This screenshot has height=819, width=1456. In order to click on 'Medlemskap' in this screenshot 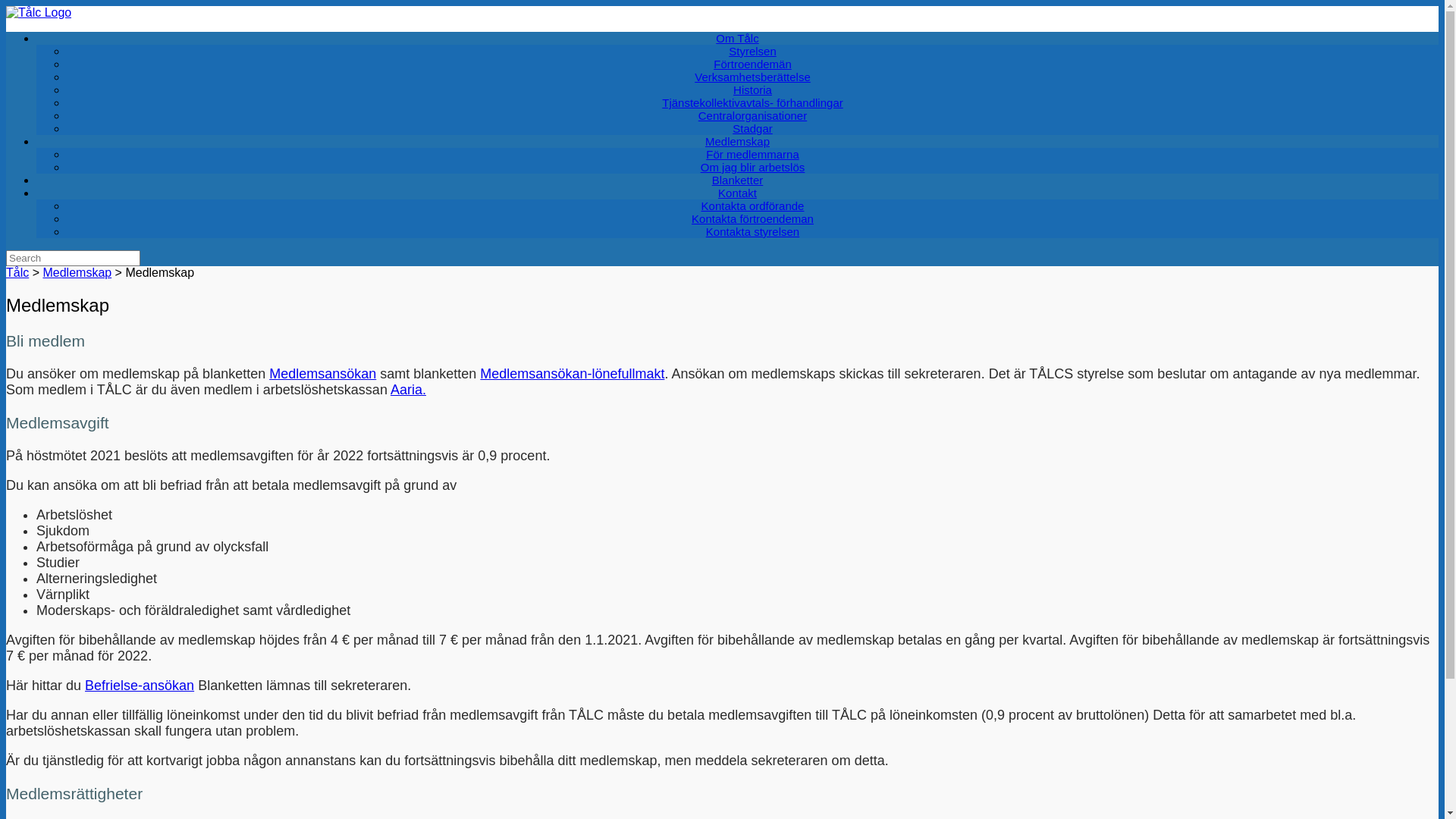, I will do `click(737, 141)`.